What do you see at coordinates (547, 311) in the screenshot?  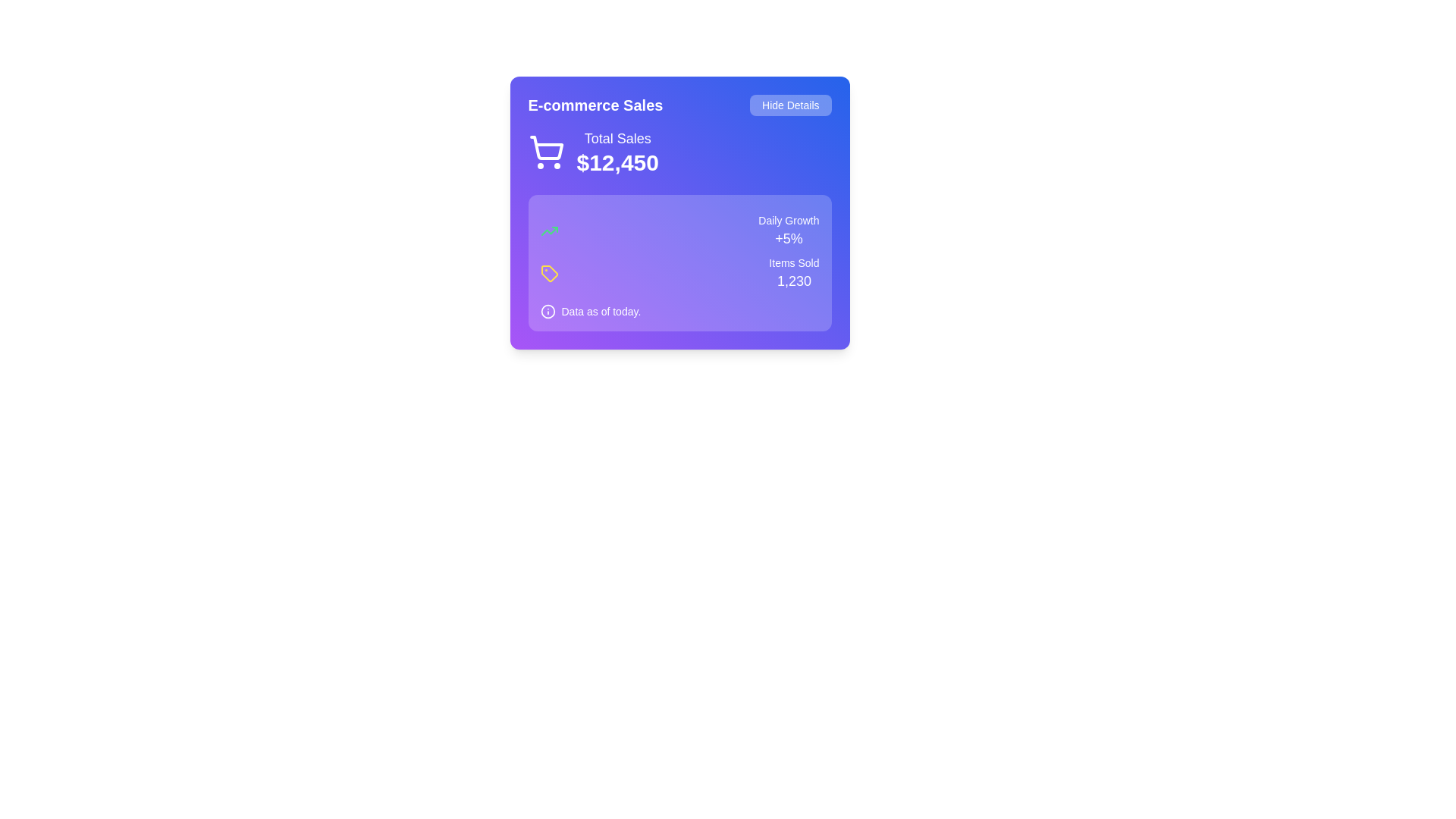 I see `the information icon, which is a circular icon with an outlined stroke containing an 'i' symbol, located to the left of the text 'Data as of today.' in the lower section of a light purple background panel` at bounding box center [547, 311].